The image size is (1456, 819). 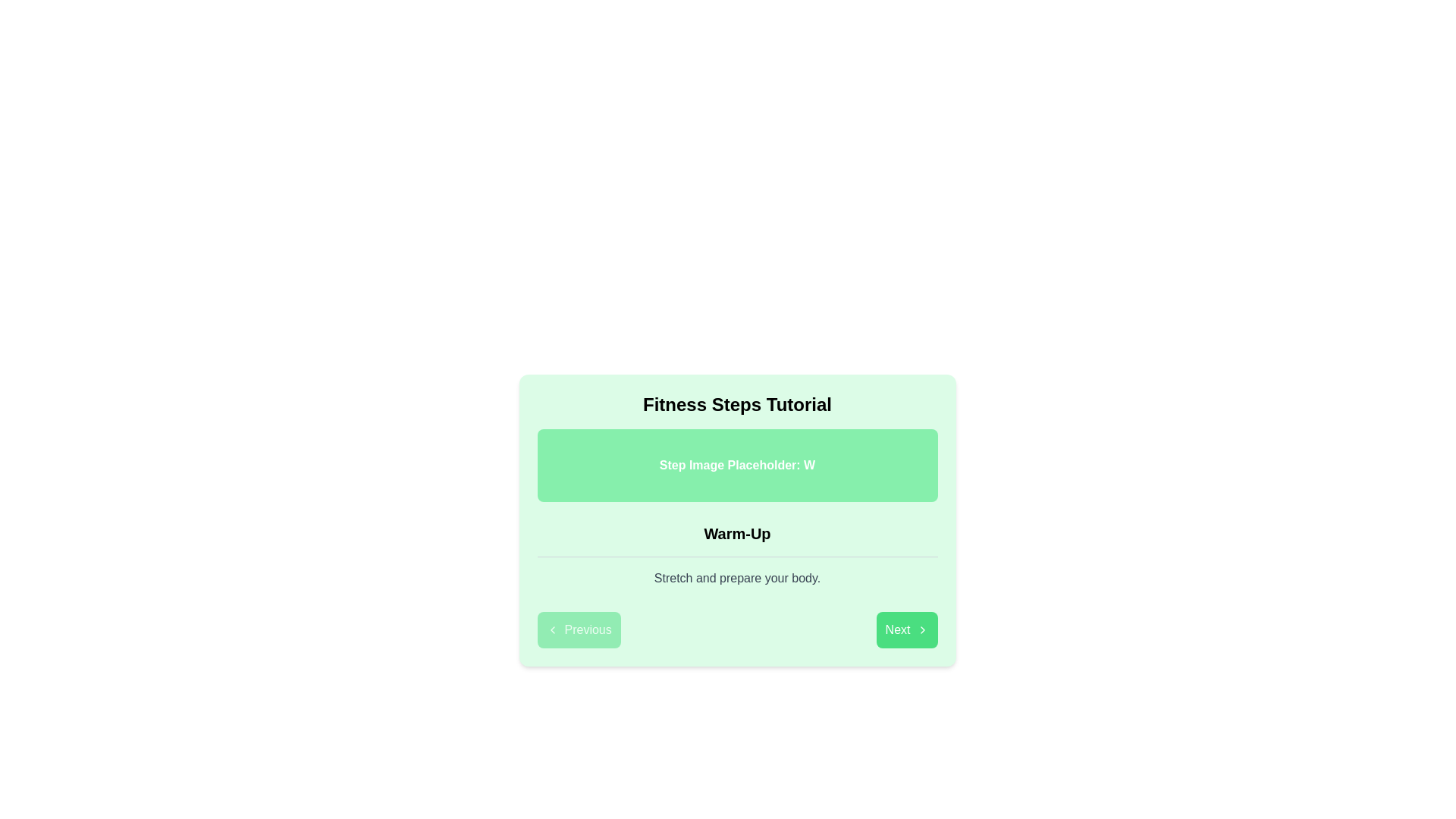 I want to click on the green rectangular placeholder, so click(x=737, y=464).